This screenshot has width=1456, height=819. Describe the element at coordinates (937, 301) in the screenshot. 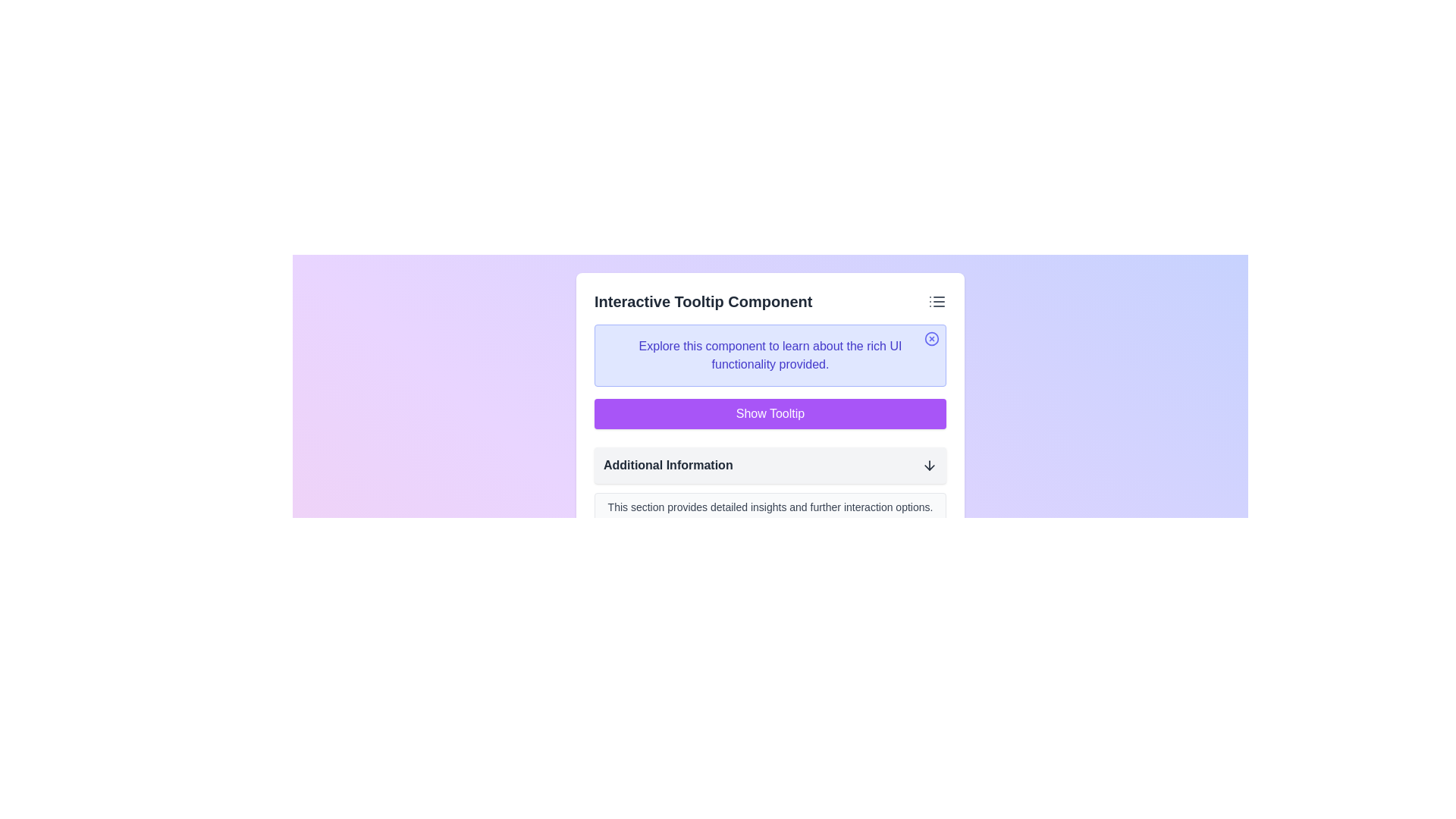

I see `the gray three-line list menu icon located at the far right of the 'Interactive Tooltip Component' header to interact with it` at that location.